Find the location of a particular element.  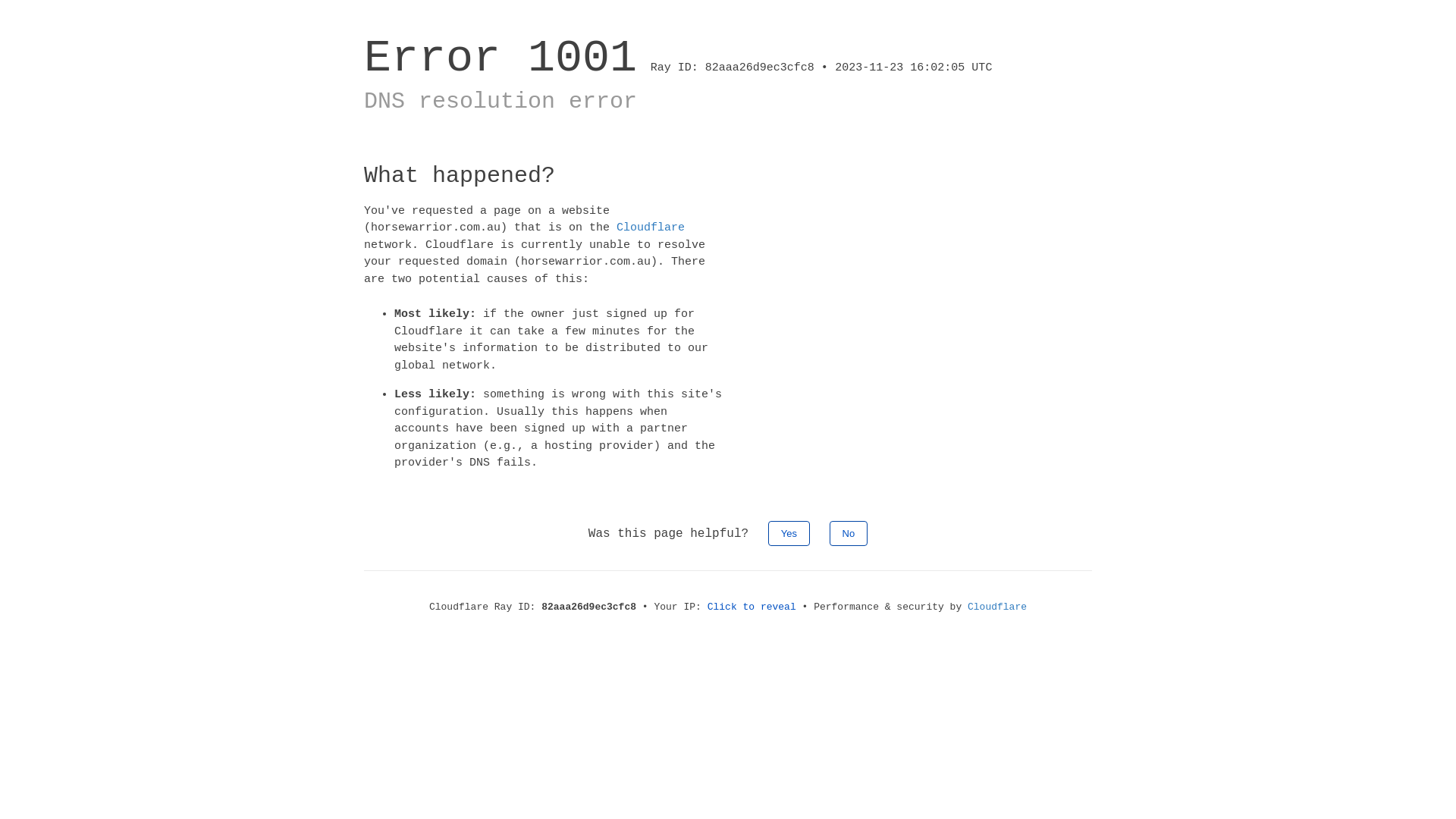

'Yes' is located at coordinates (789, 532).